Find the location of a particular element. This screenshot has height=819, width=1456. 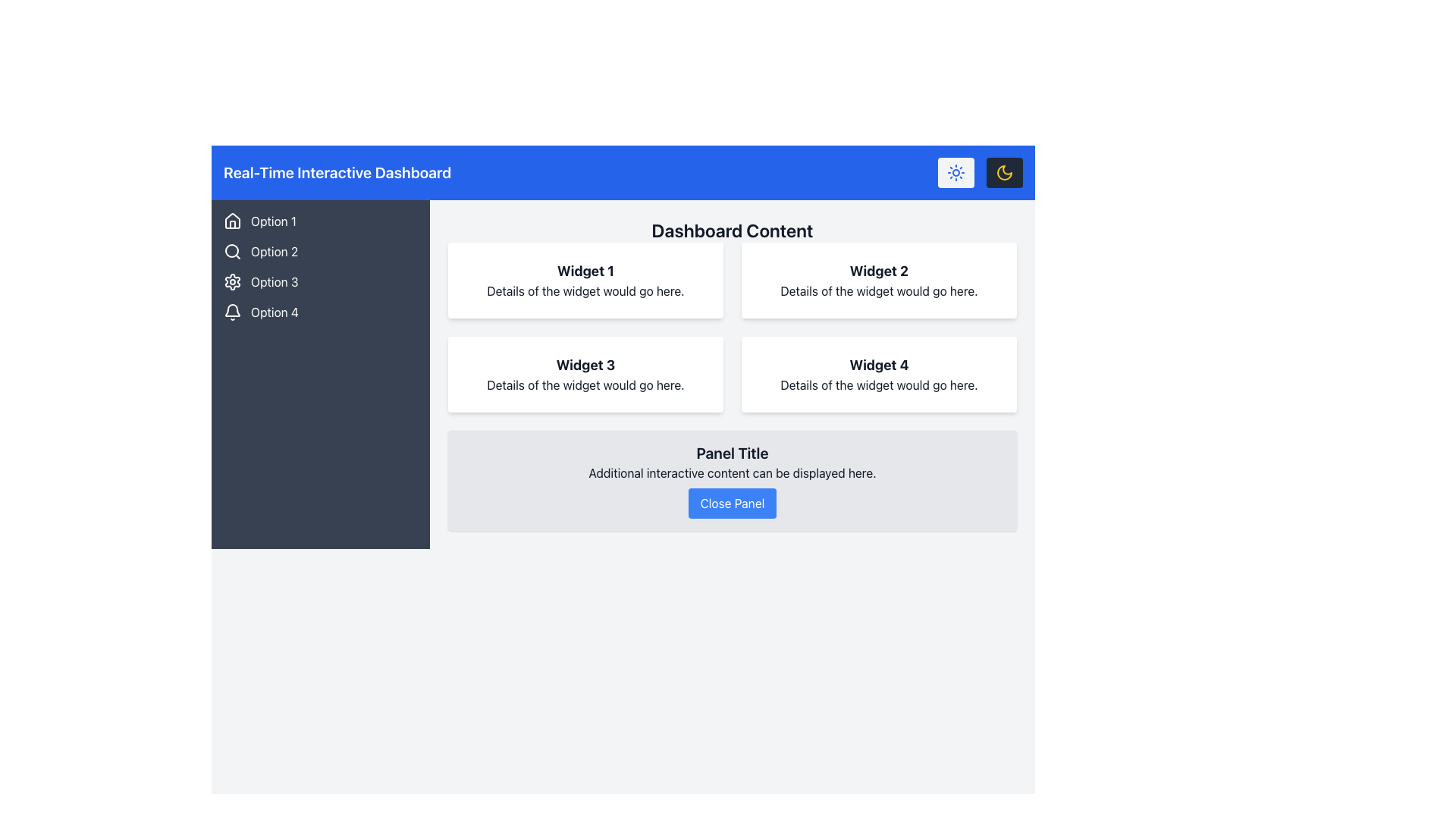

the sun-like icon in the header bar is located at coordinates (955, 171).